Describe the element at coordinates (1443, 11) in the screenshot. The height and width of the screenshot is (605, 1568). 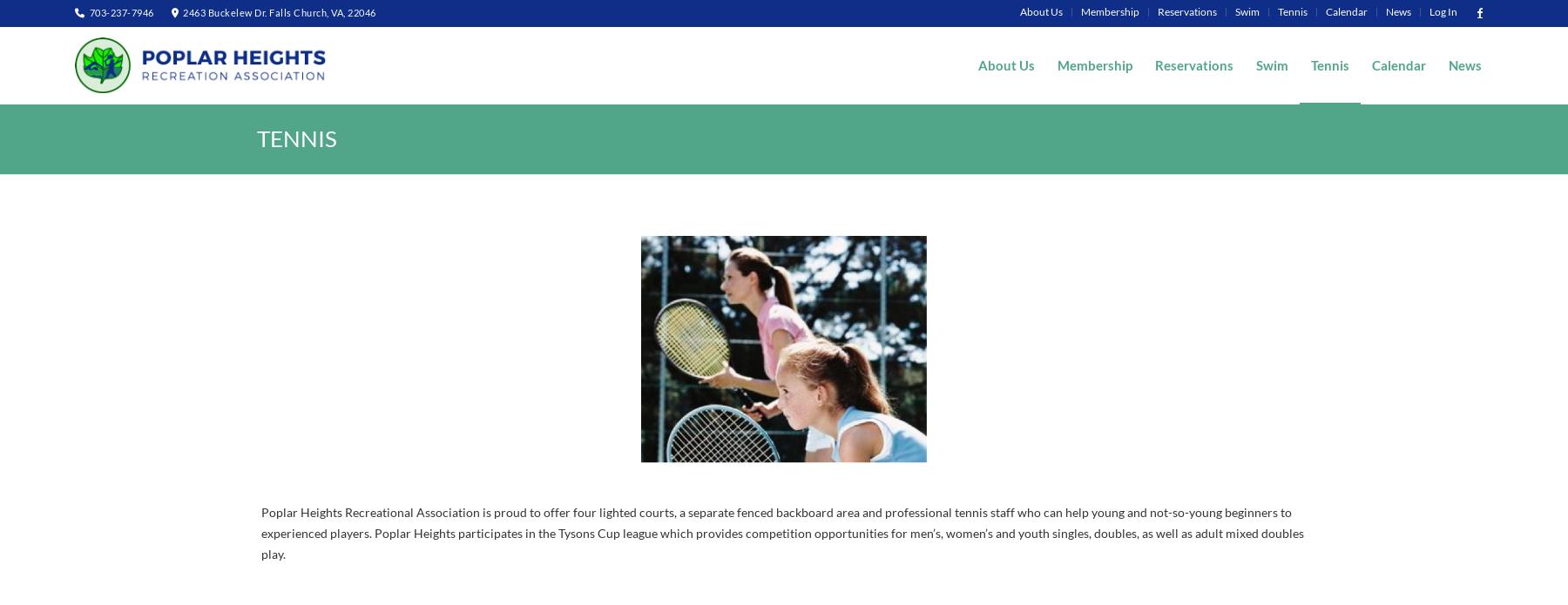
I see `'Log In'` at that location.